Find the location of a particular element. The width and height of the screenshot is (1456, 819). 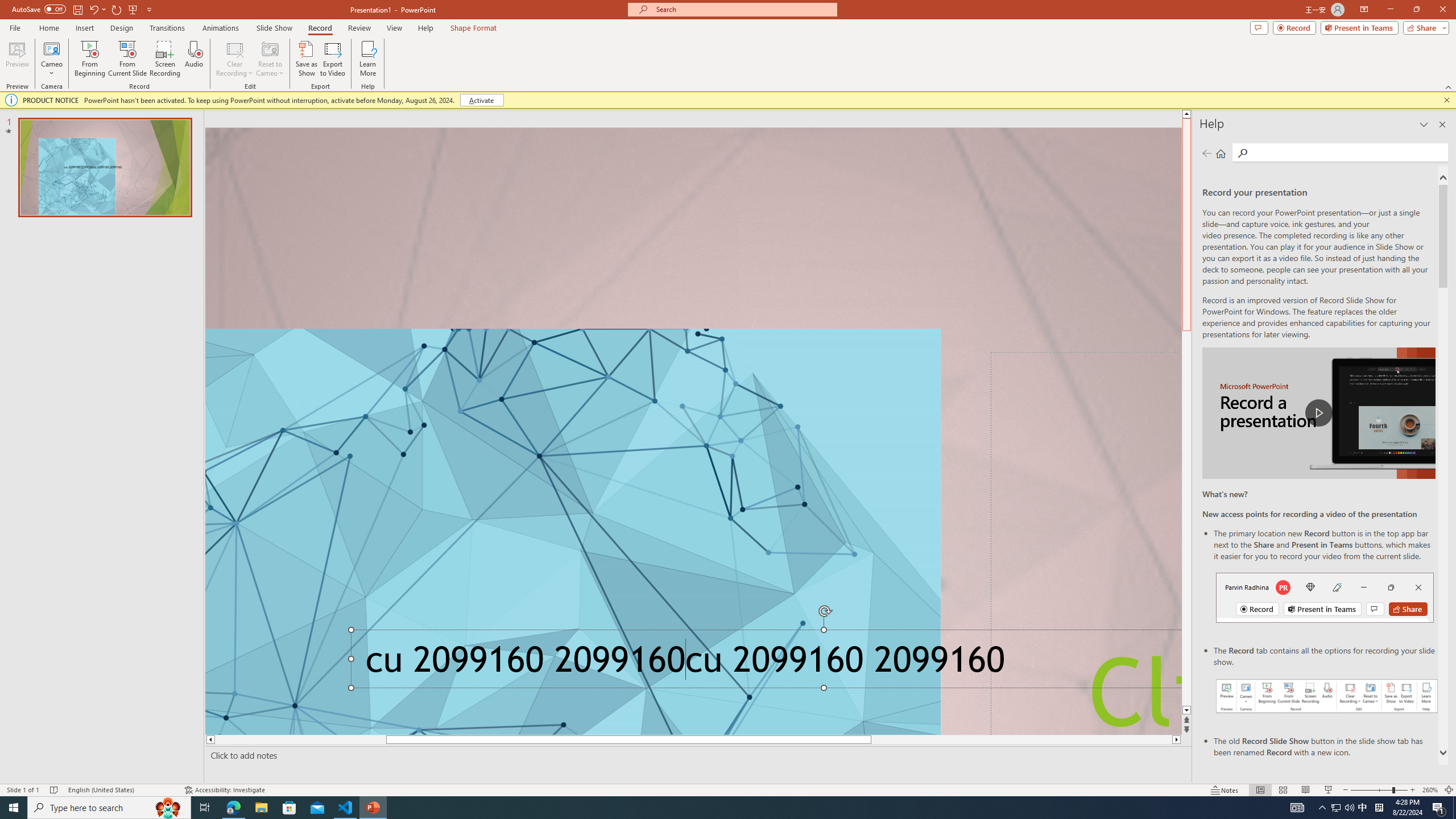

'Activate' is located at coordinates (482, 100).